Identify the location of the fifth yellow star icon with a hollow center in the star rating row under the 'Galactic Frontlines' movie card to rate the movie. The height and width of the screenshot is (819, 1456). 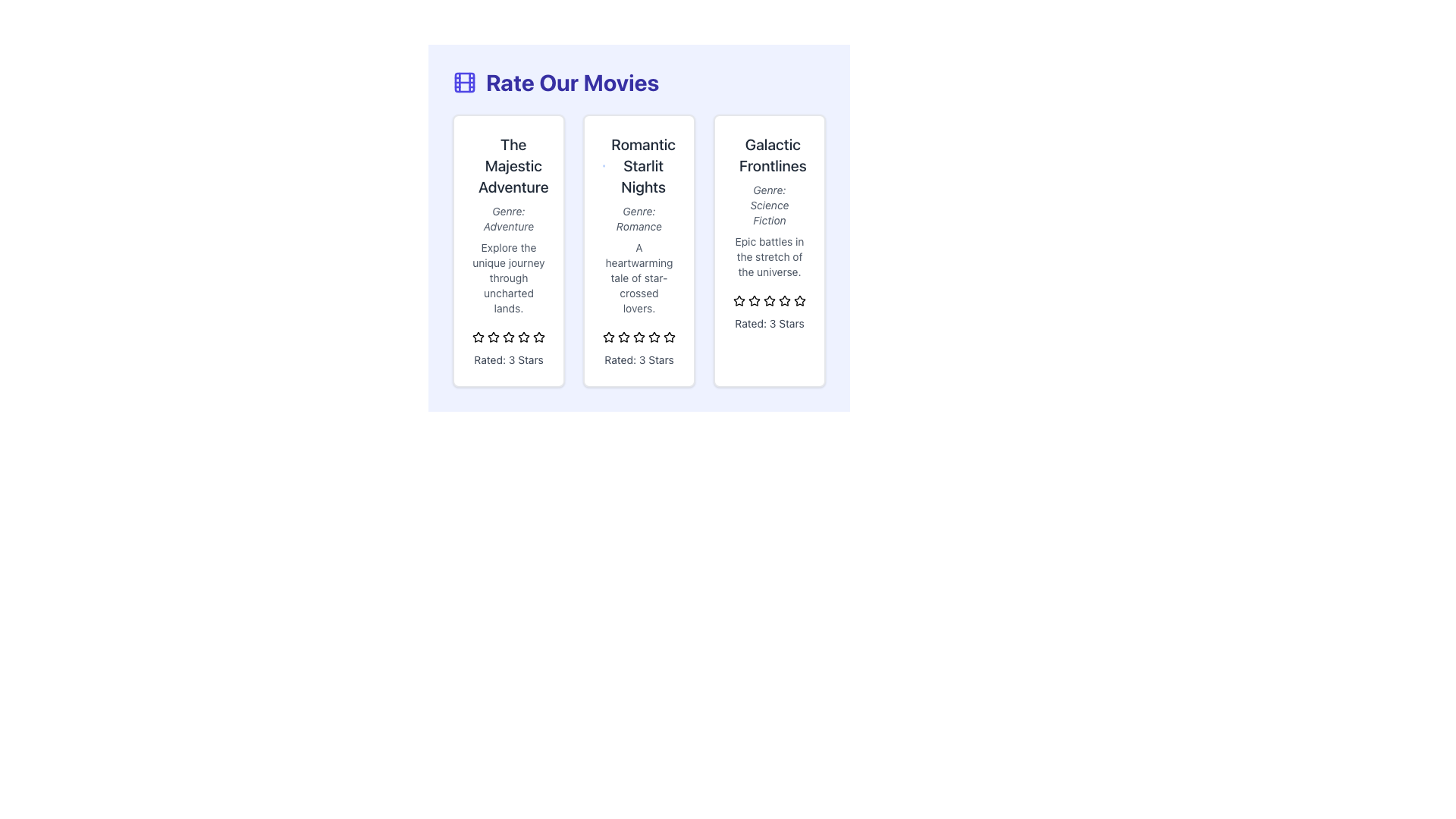
(769, 301).